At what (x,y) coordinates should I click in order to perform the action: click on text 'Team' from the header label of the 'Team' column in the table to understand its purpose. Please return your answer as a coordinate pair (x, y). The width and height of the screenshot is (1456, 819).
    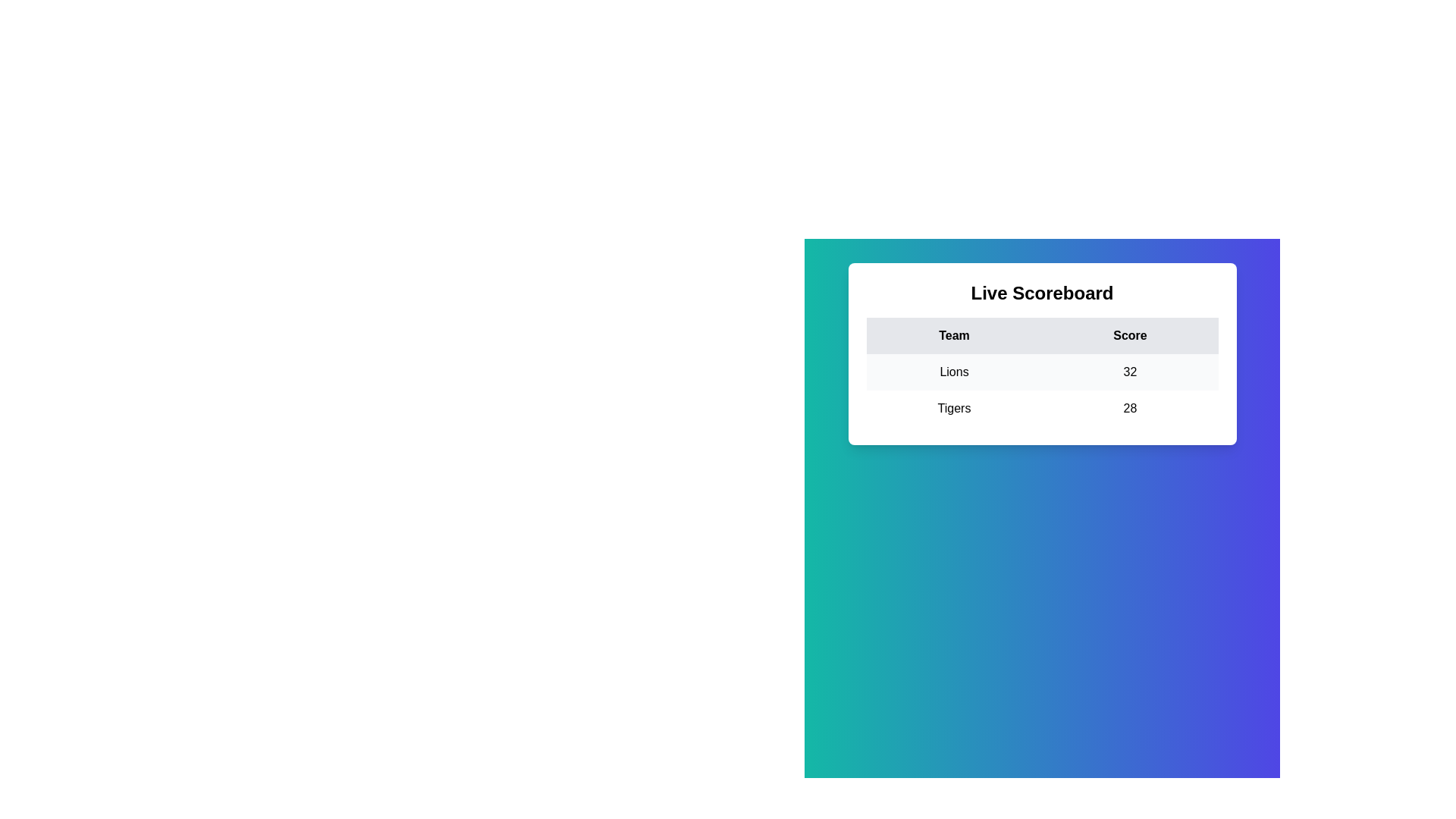
    Looking at the image, I should click on (953, 335).